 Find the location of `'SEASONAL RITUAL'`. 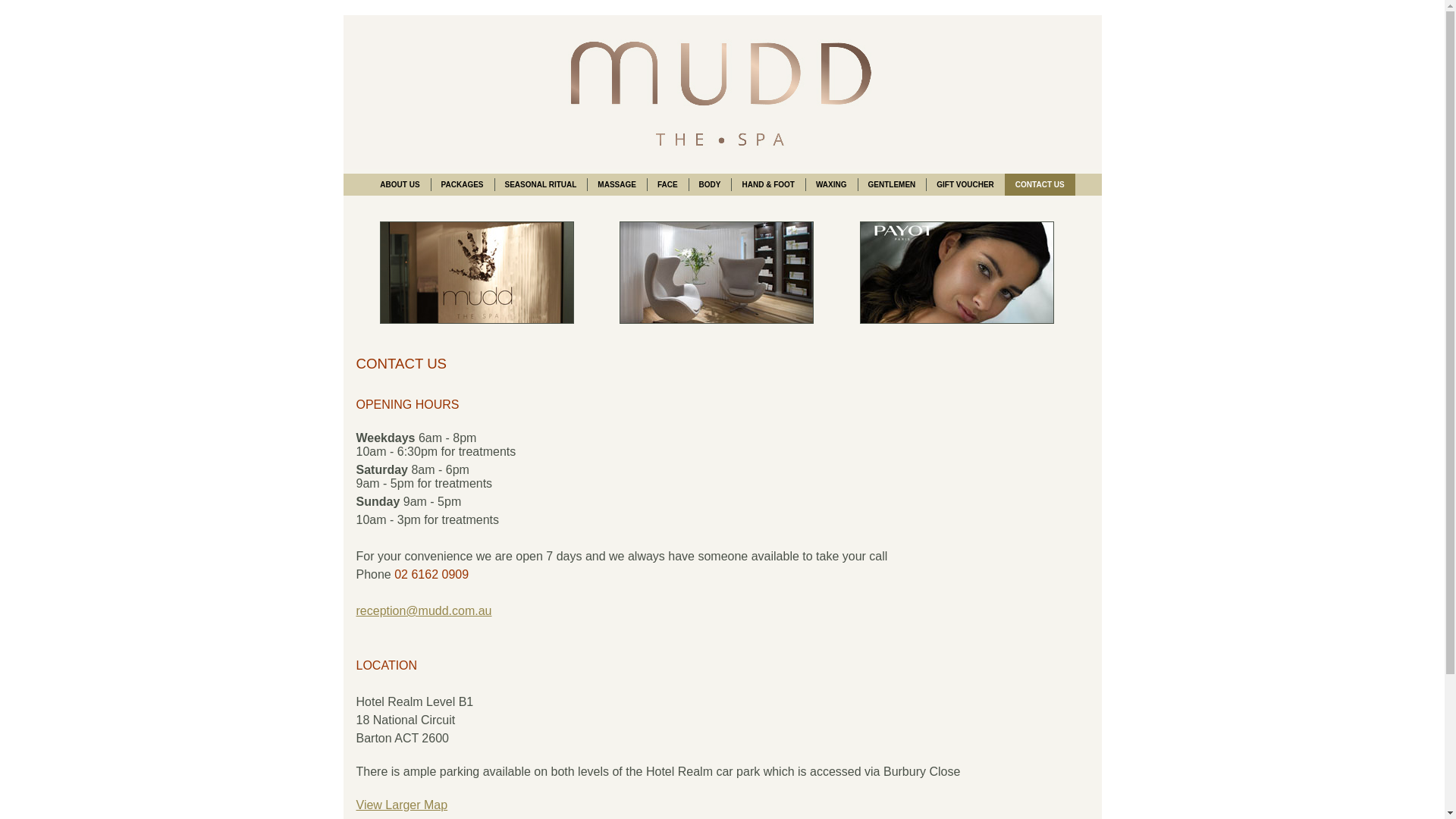

'SEASONAL RITUAL' is located at coordinates (541, 184).